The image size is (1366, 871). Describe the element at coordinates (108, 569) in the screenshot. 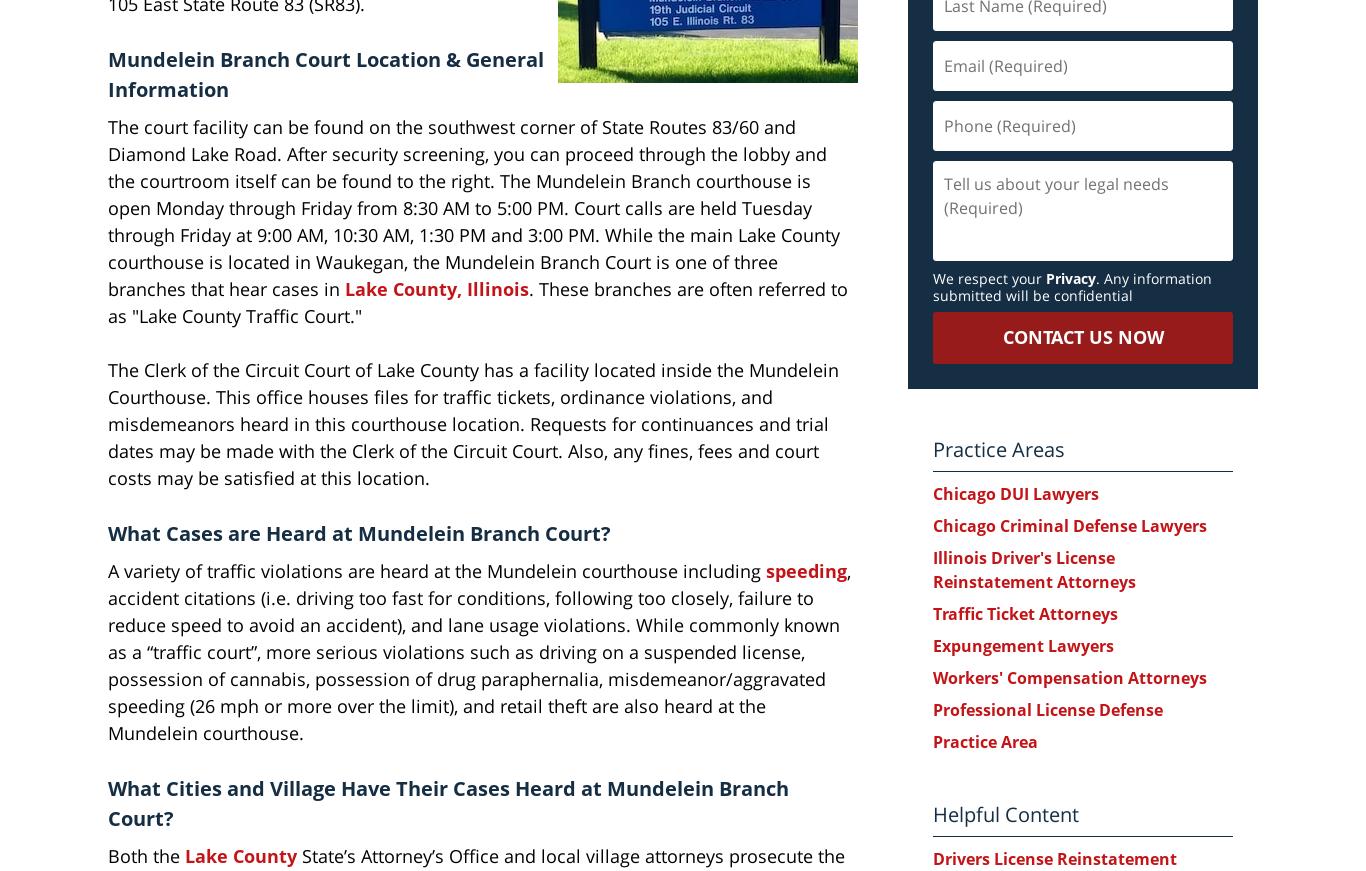

I see `'A variety of traffic violations are heard at the Mundelein courthouse including'` at that location.